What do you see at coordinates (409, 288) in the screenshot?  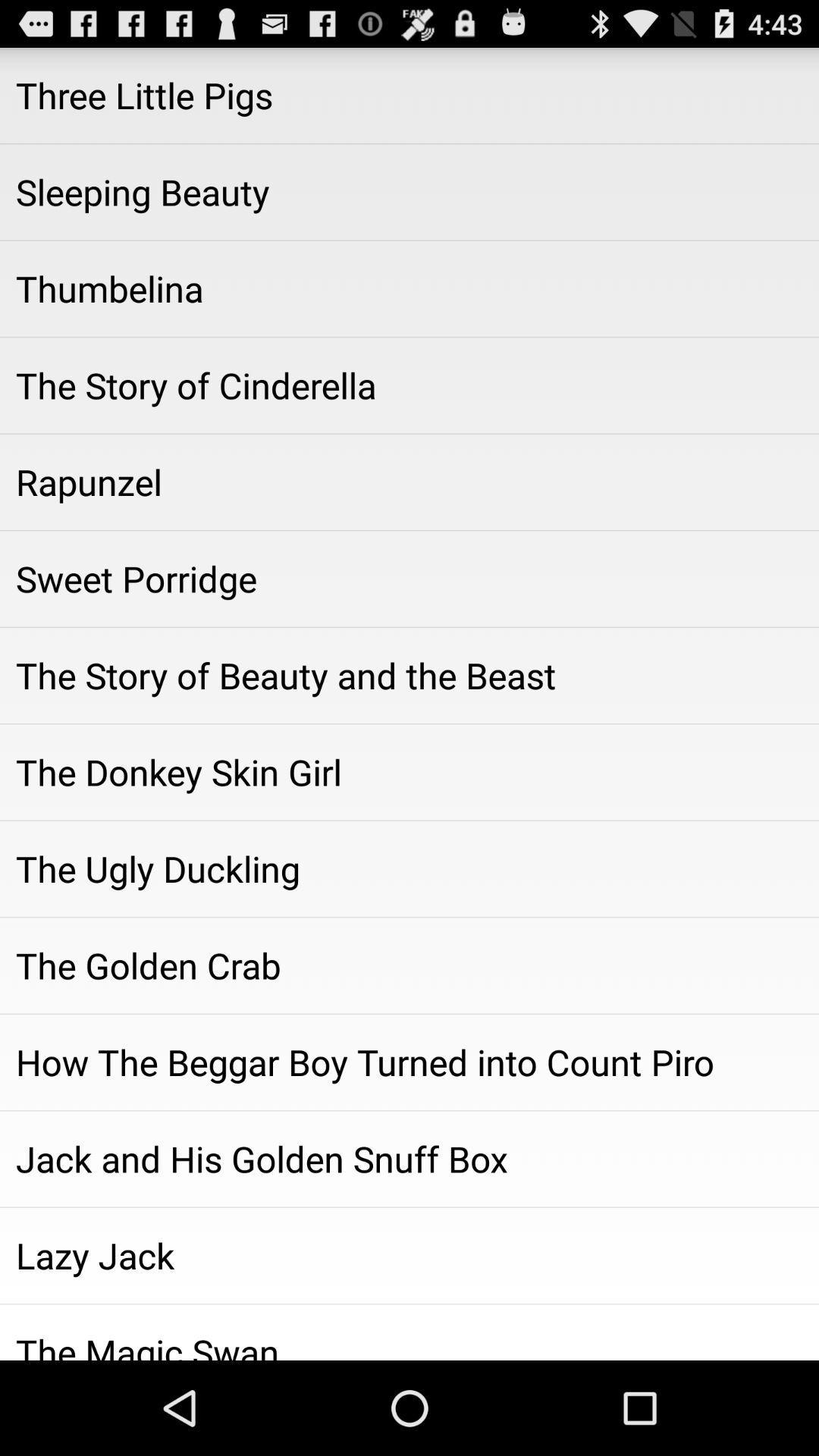 I see `thumbelina app` at bounding box center [409, 288].